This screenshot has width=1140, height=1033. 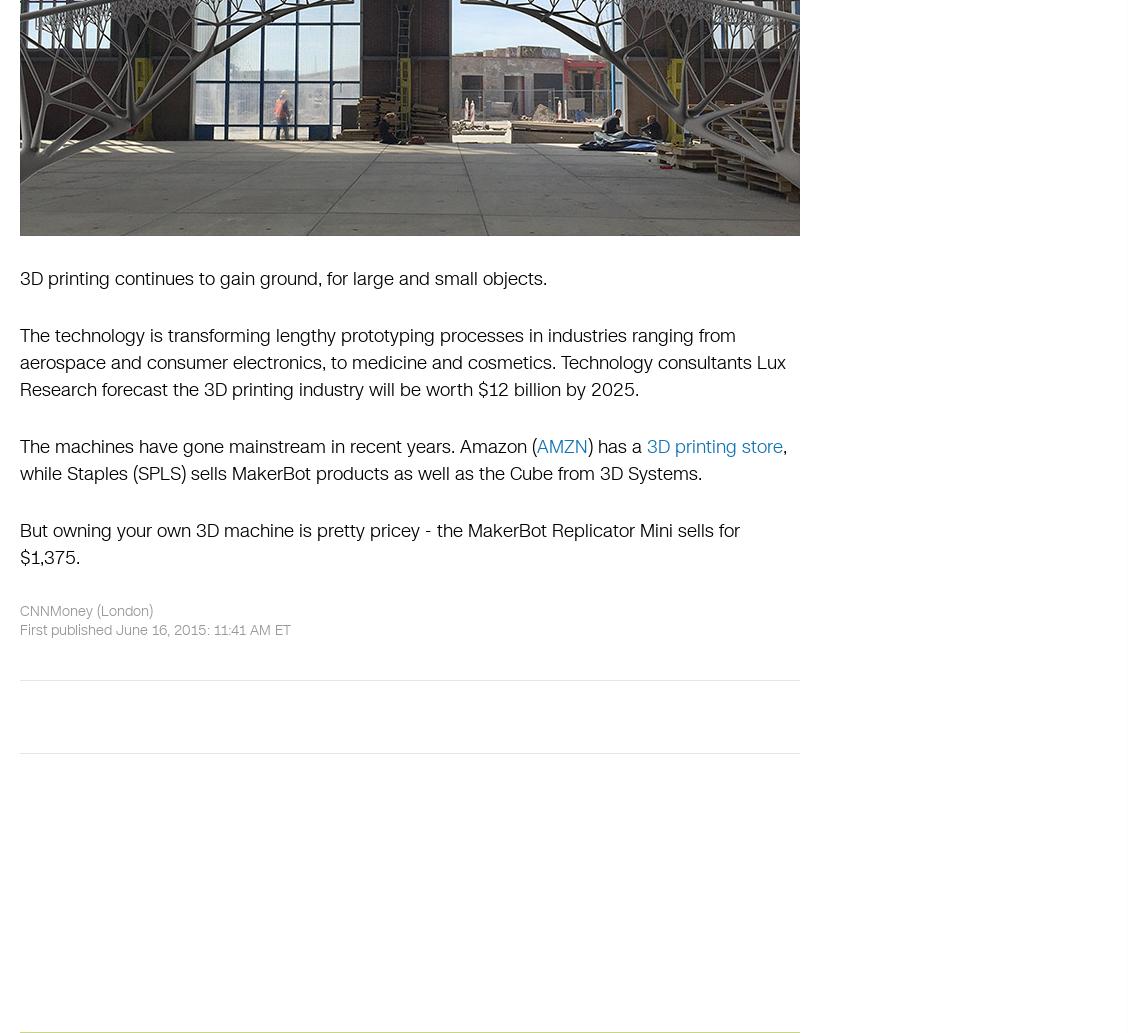 I want to click on 'The technology is transforming lengthy prototyping processes in industries ranging from aerospace and consumer electronics, to medicine and cosmetics. Technology consultants Lux Research forecast the 3D printing industry will be worth $12 billion by 2025.', so click(x=401, y=362).